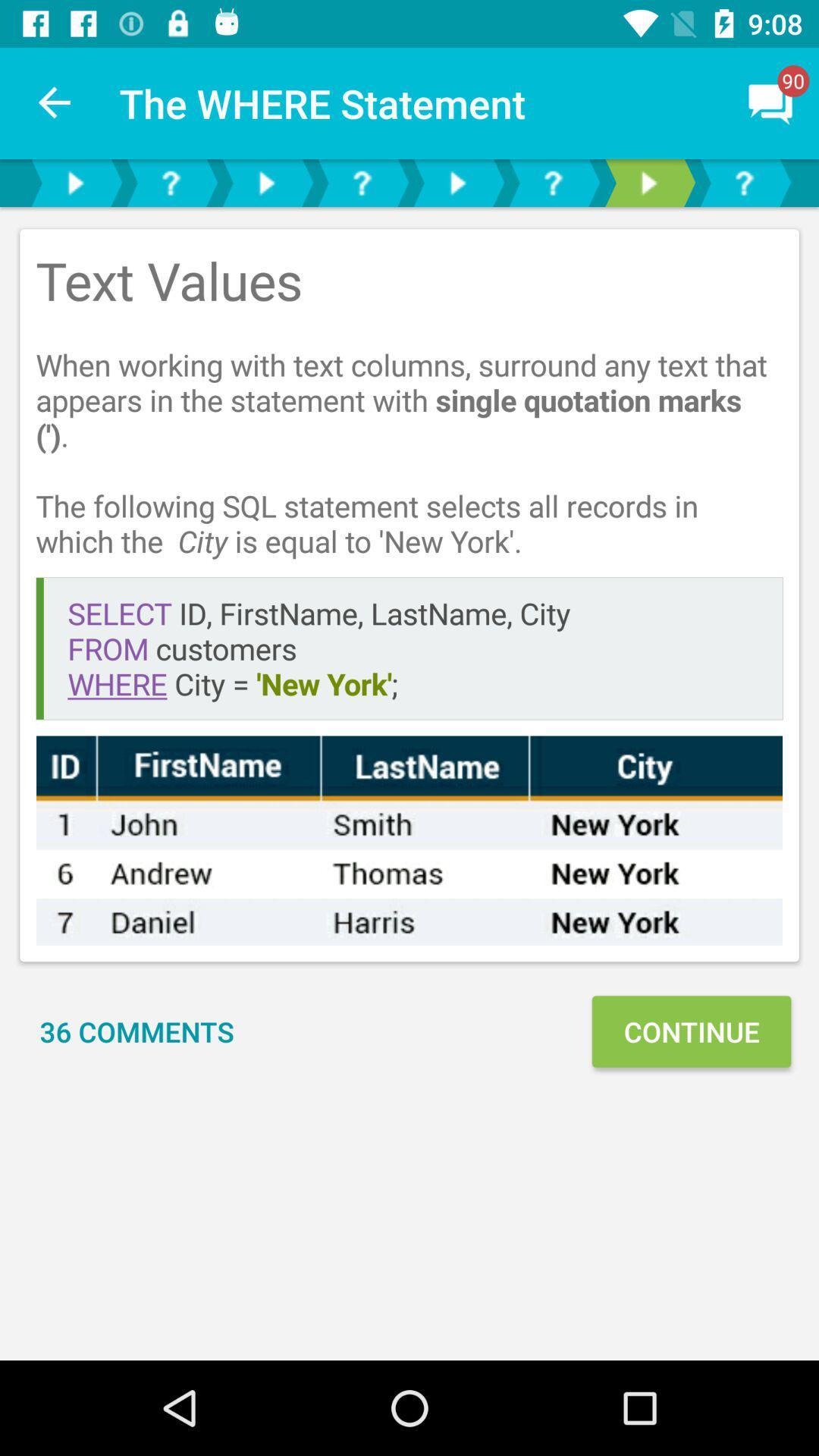  I want to click on all data, so click(409, 839).